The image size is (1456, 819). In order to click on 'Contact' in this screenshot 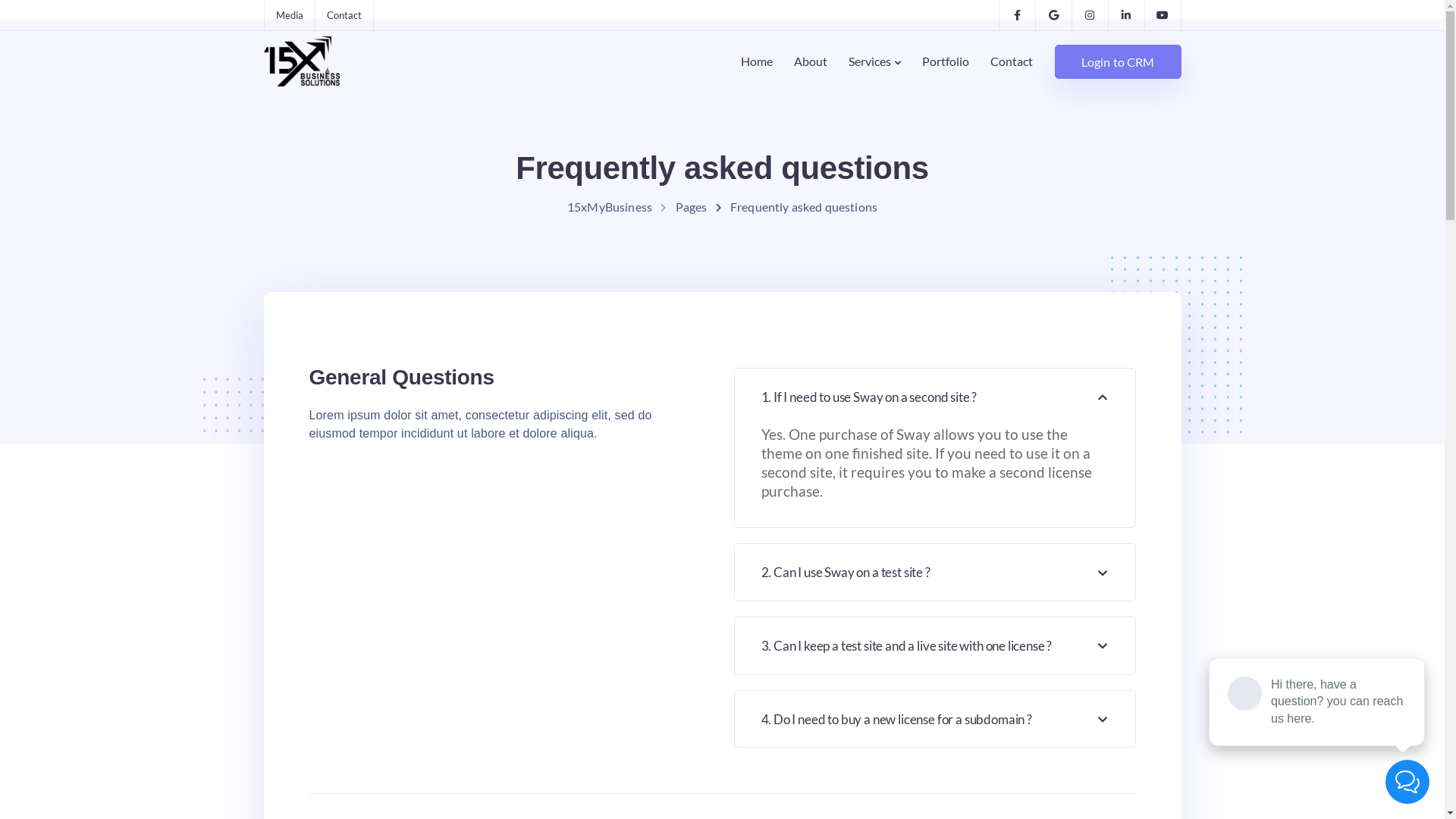, I will do `click(325, 14)`.